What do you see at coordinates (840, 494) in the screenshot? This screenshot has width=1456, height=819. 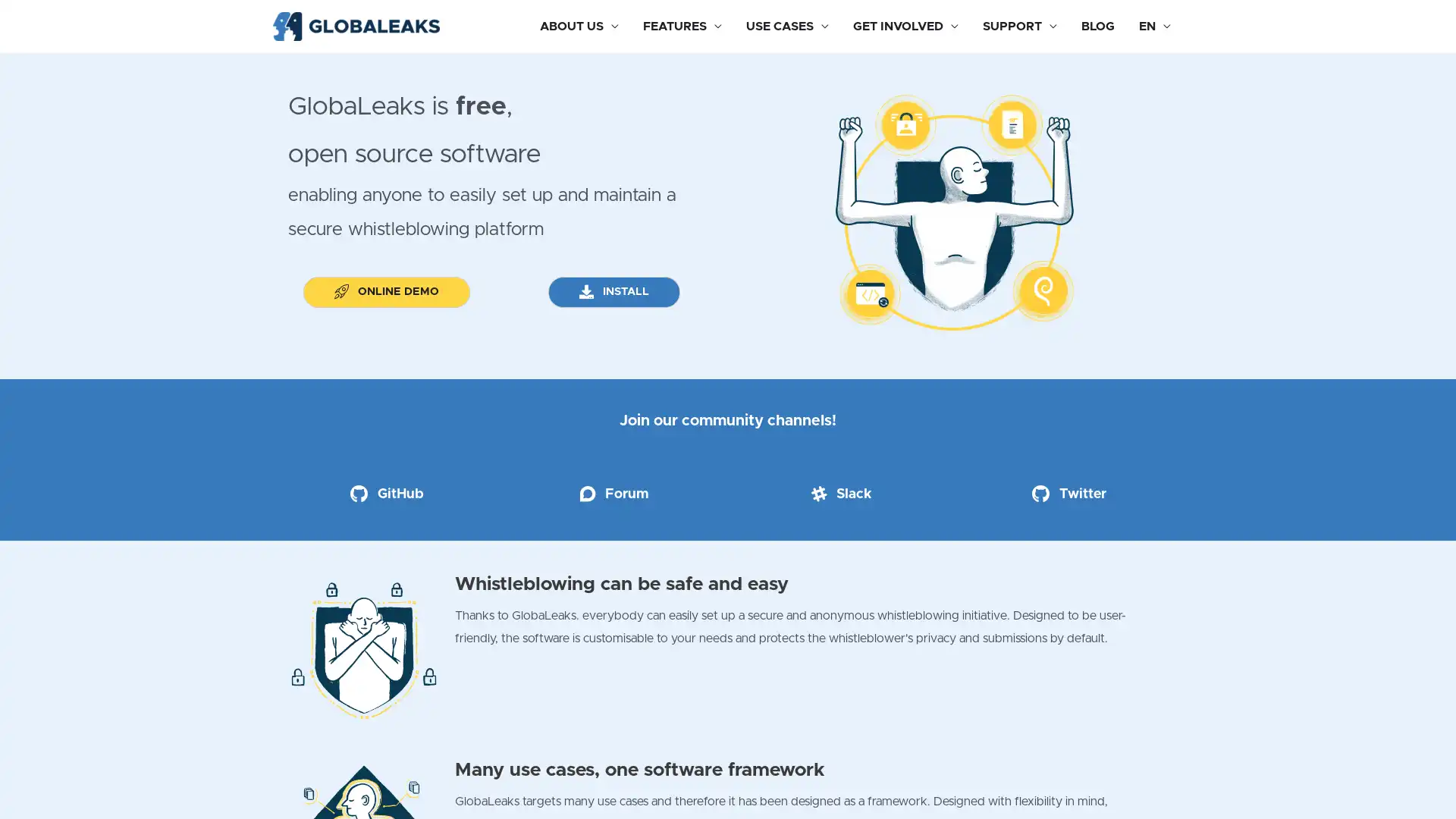 I see `Slack` at bounding box center [840, 494].